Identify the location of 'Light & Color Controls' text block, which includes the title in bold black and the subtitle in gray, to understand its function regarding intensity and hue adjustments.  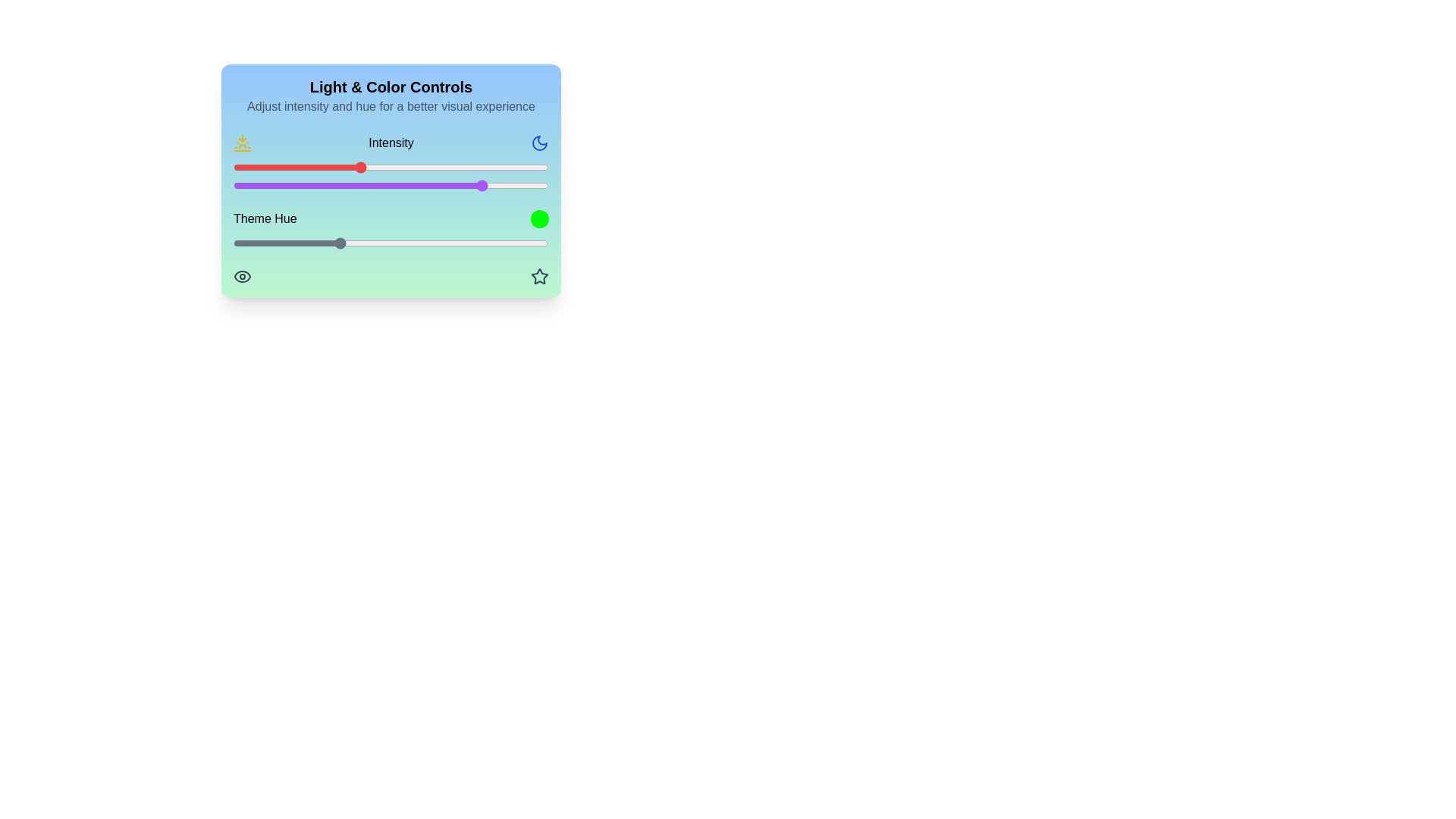
(391, 96).